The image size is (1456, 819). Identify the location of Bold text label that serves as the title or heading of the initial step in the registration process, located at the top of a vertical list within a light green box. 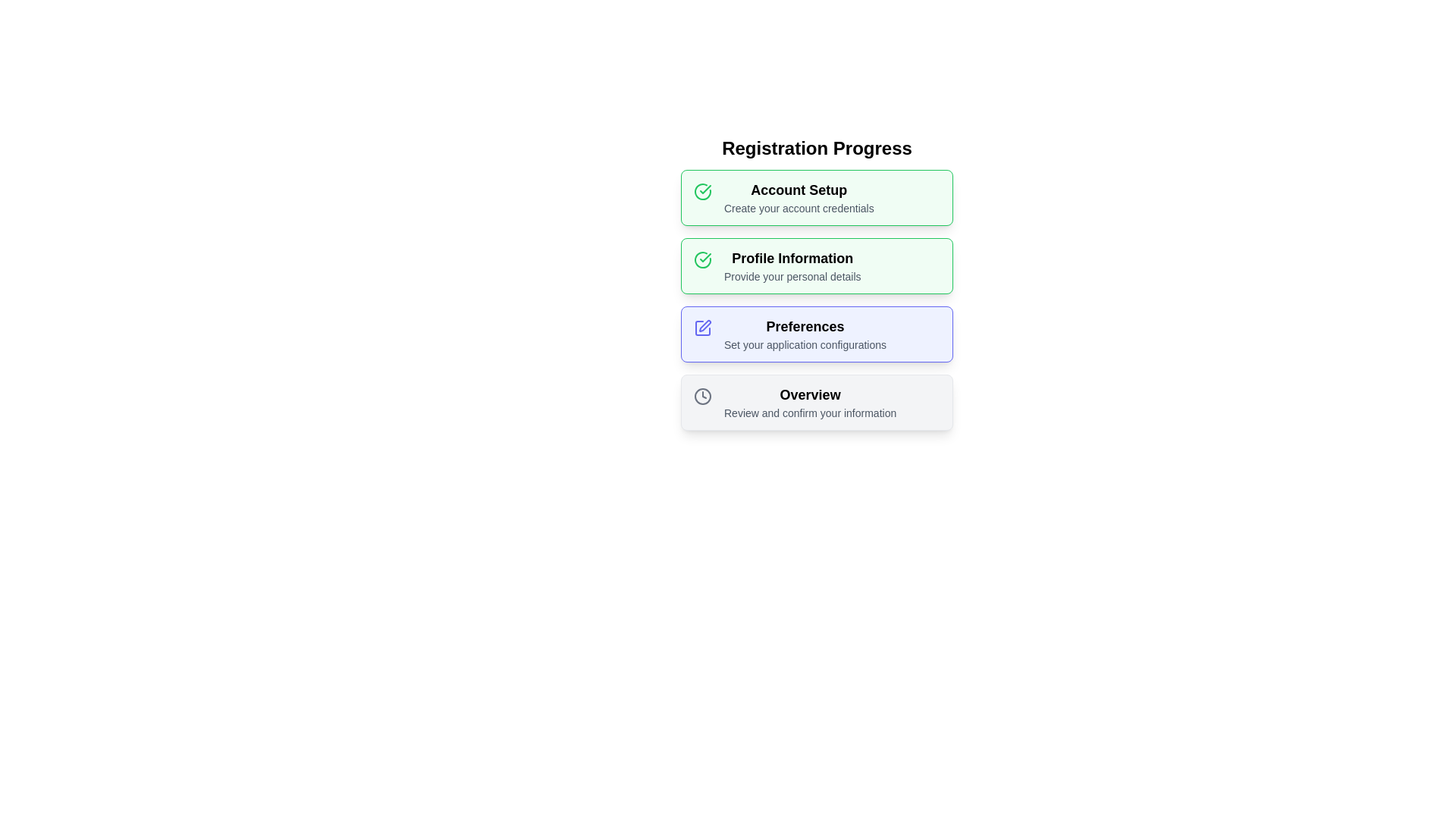
(798, 189).